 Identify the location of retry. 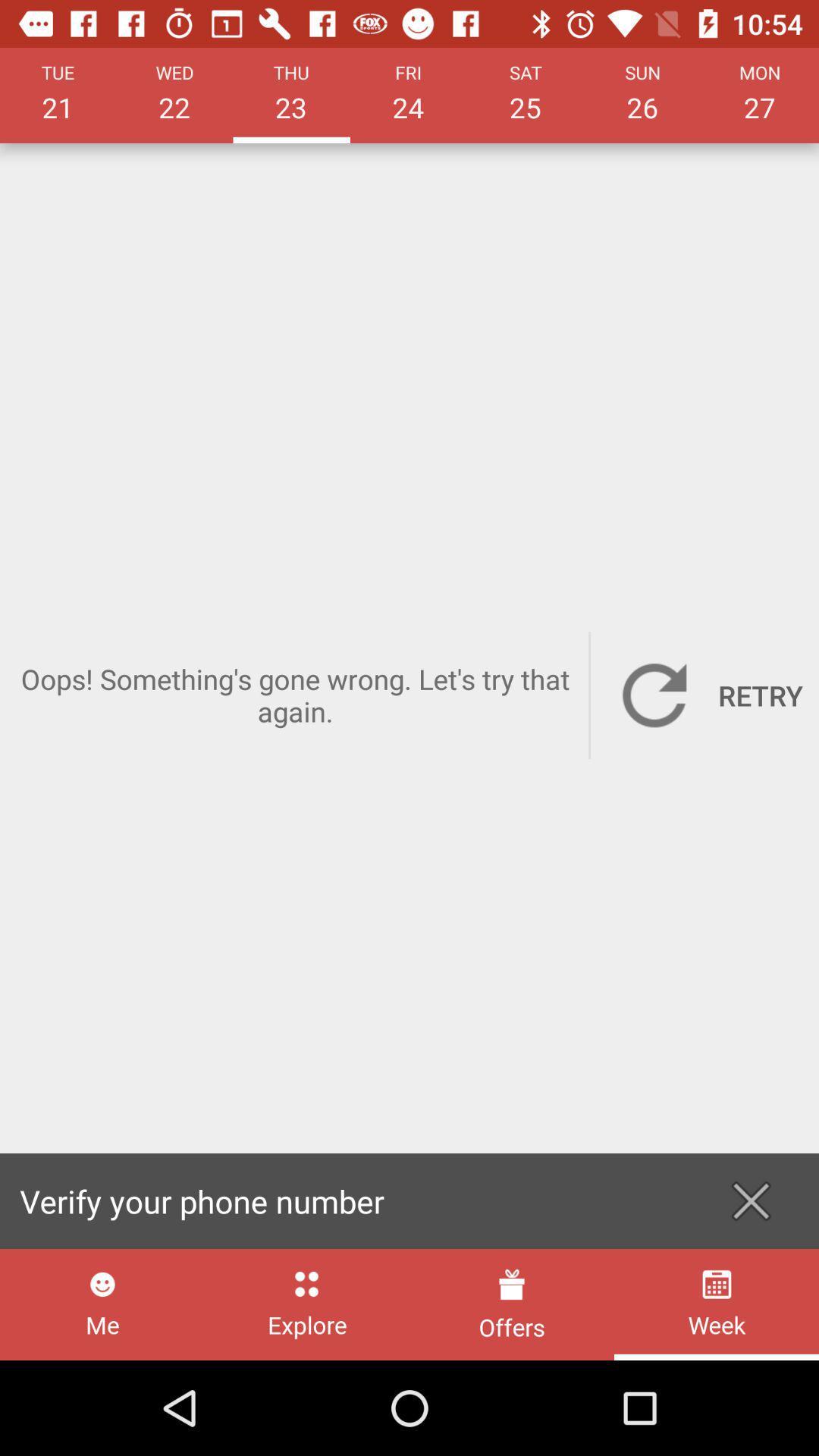
(704, 695).